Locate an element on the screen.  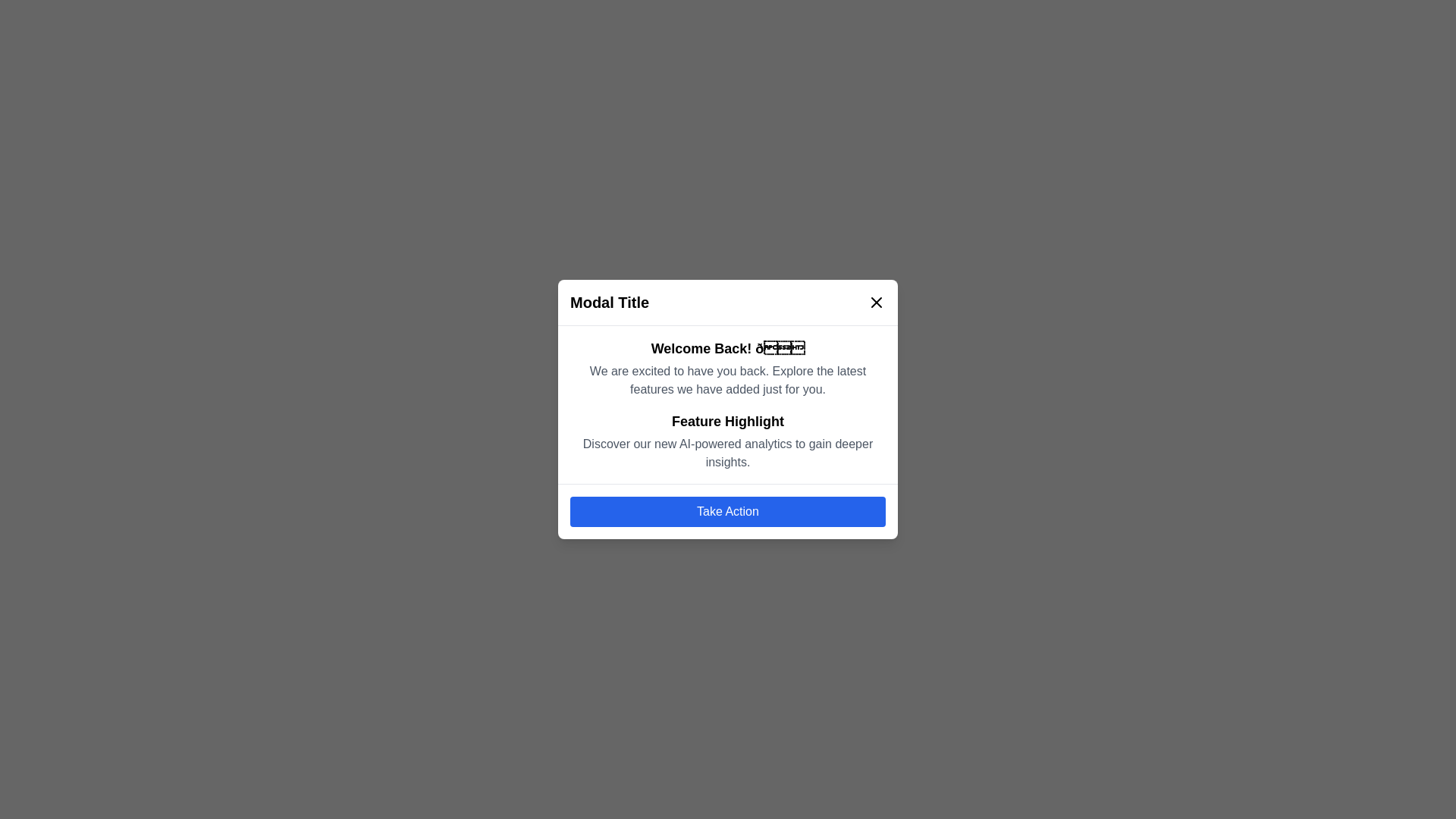
the Informational Text Section located in the modal dialog, which introduces the new AI-powered analytics feature, positioned below the welcome statement and above the 'Take Action' button is located at coordinates (728, 441).